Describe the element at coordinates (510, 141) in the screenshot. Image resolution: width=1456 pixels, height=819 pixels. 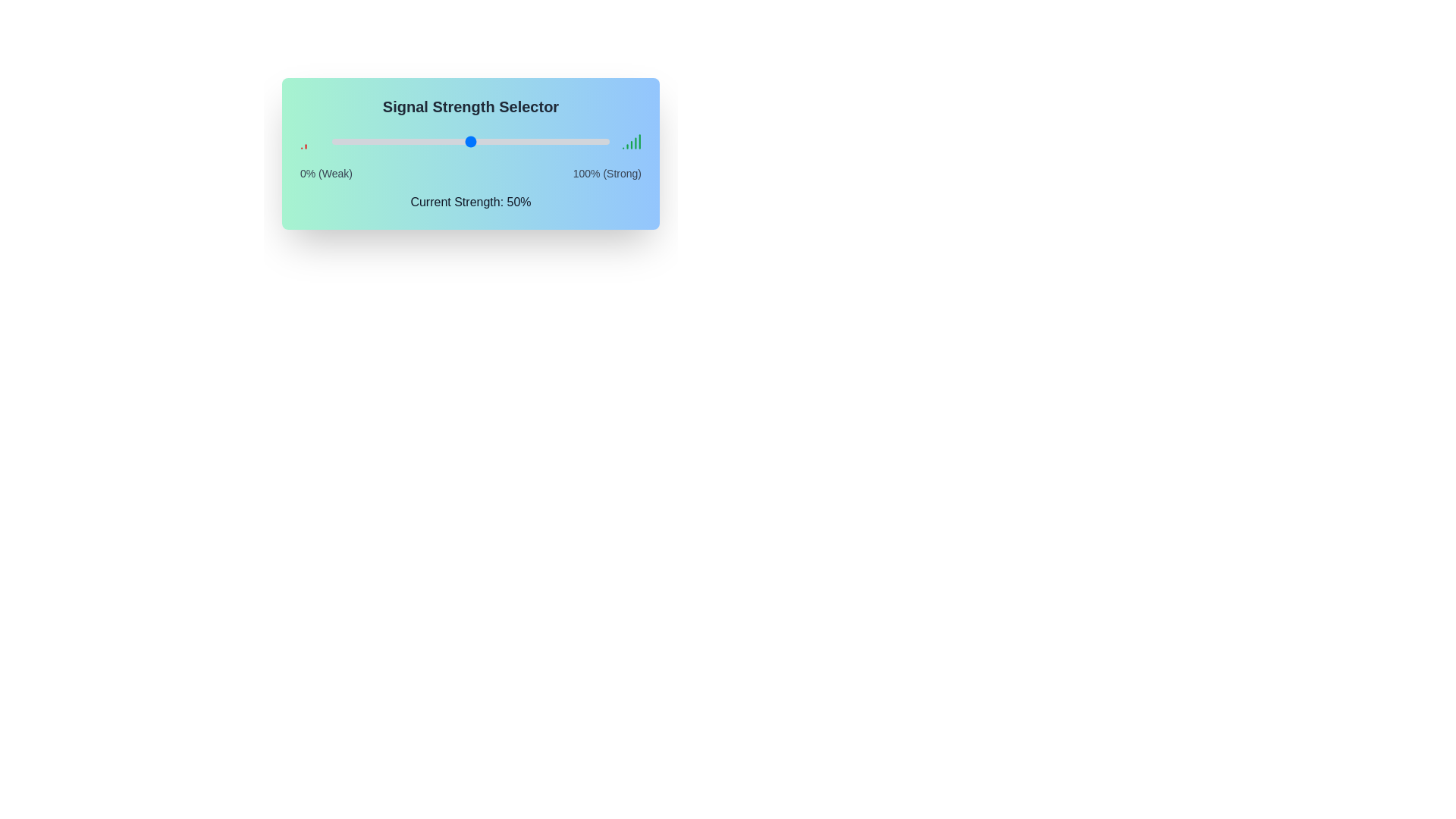
I see `the signal strength slider to 64% to observe the visual signal strength indicators` at that location.